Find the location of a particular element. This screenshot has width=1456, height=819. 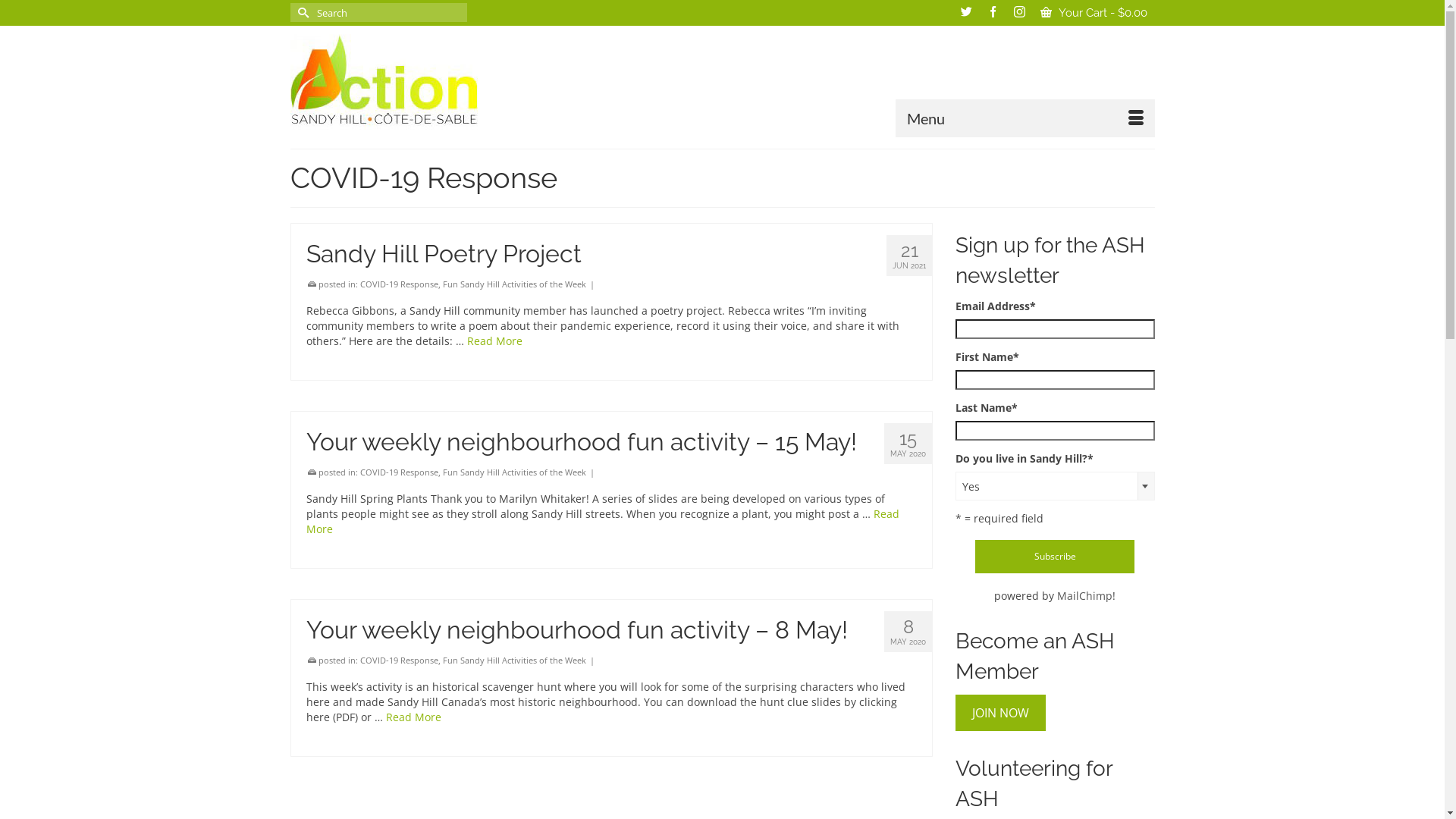

'ASH-ACS' is located at coordinates (290, 82).